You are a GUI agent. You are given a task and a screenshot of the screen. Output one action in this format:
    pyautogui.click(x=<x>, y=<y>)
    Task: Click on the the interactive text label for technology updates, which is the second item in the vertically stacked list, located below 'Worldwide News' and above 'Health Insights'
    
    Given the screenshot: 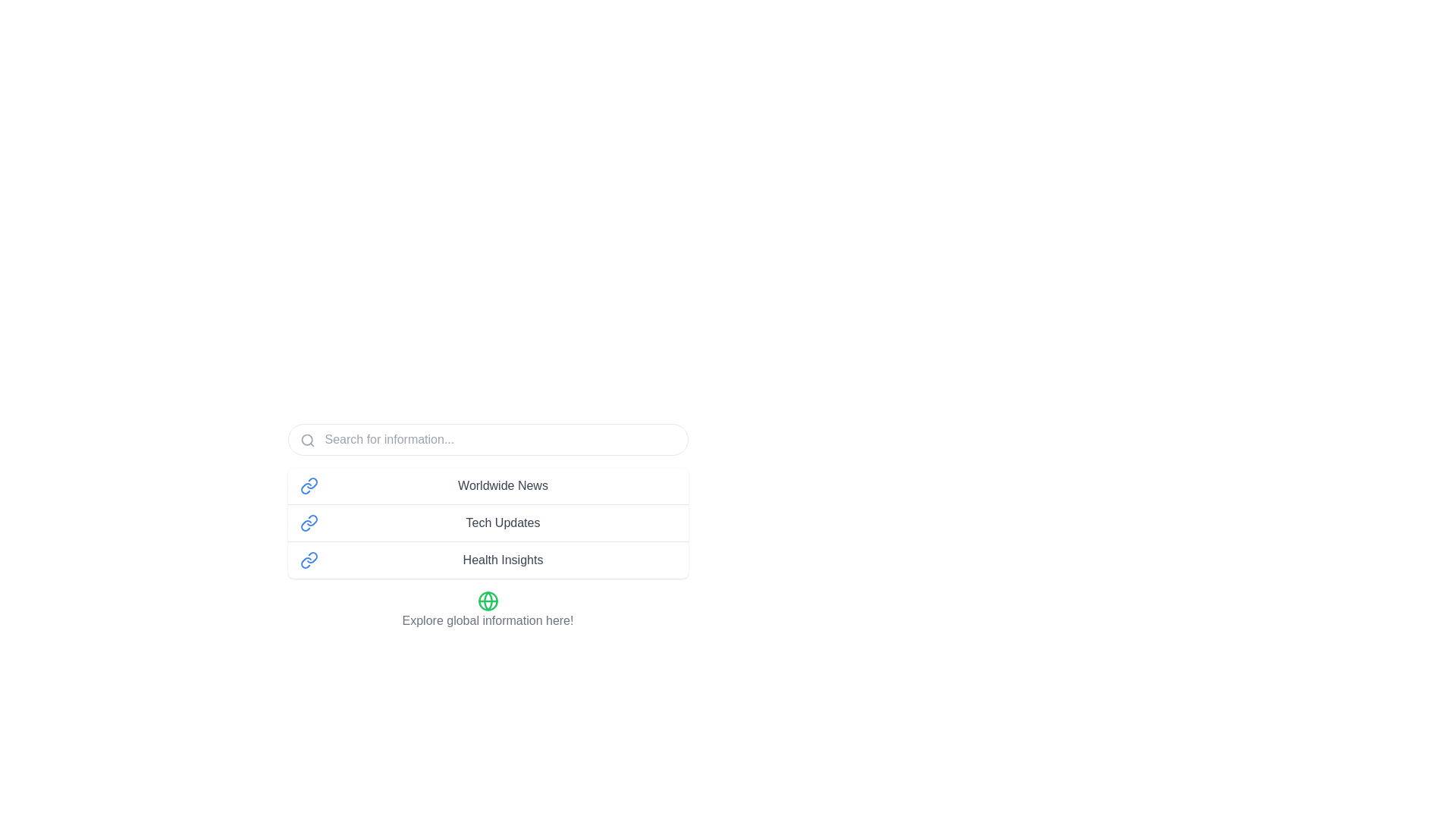 What is the action you would take?
    pyautogui.click(x=488, y=526)
    